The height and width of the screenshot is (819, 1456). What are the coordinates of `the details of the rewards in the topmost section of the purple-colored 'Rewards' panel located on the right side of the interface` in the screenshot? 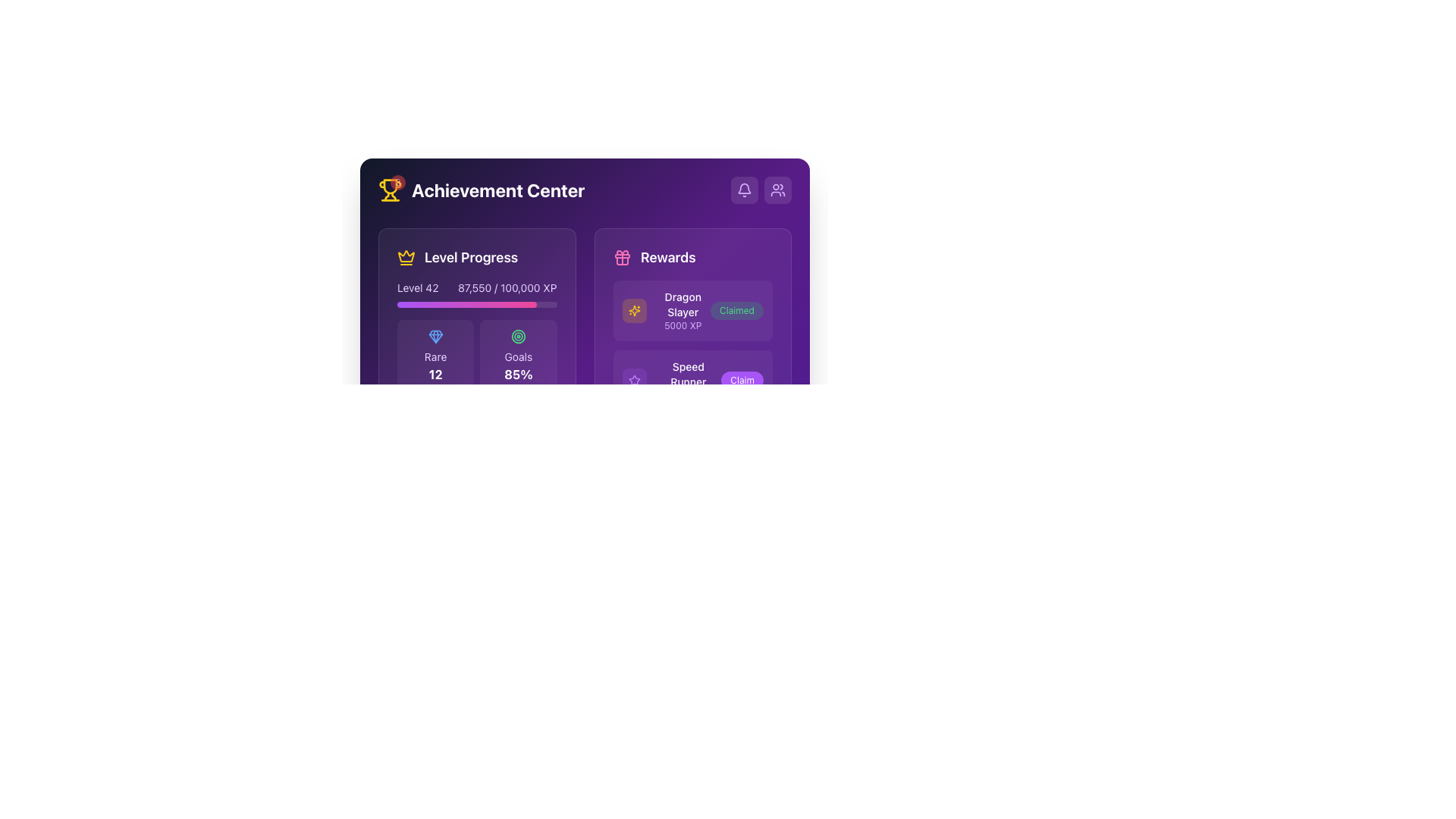 It's located at (692, 363).